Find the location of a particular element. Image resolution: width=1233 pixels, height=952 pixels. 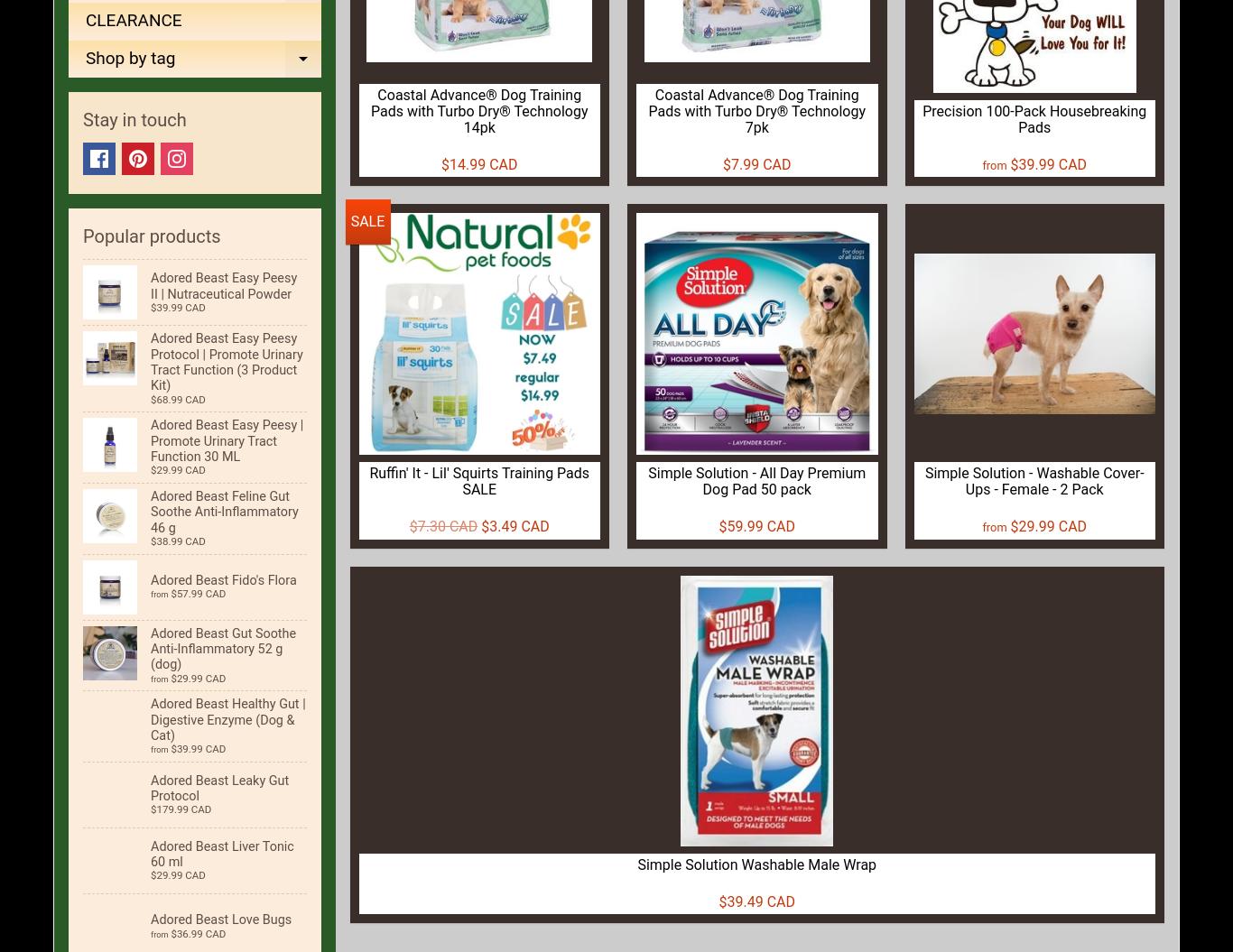

'$7.30 CAD' is located at coordinates (442, 525).